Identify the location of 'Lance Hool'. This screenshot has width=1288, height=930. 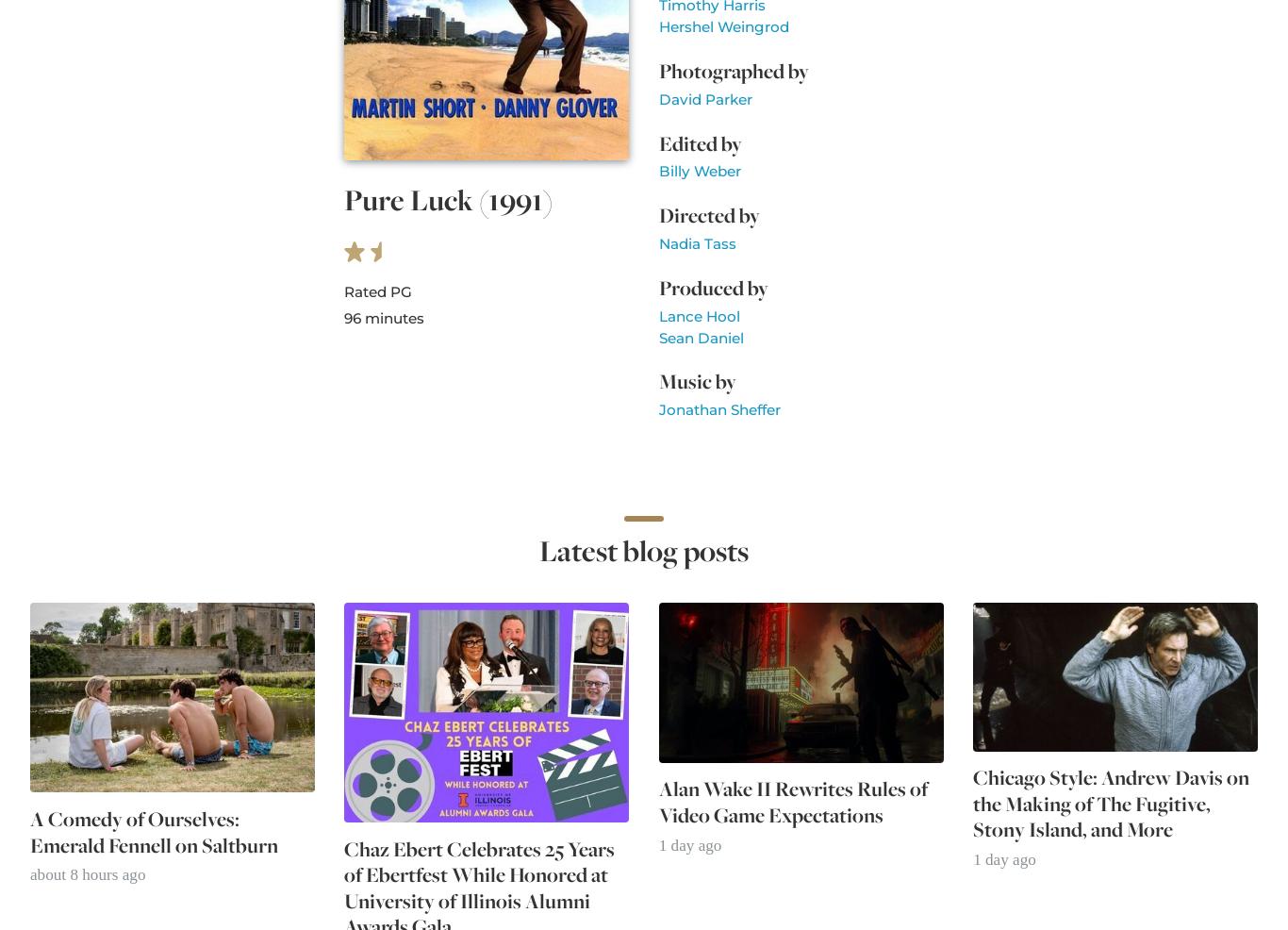
(699, 314).